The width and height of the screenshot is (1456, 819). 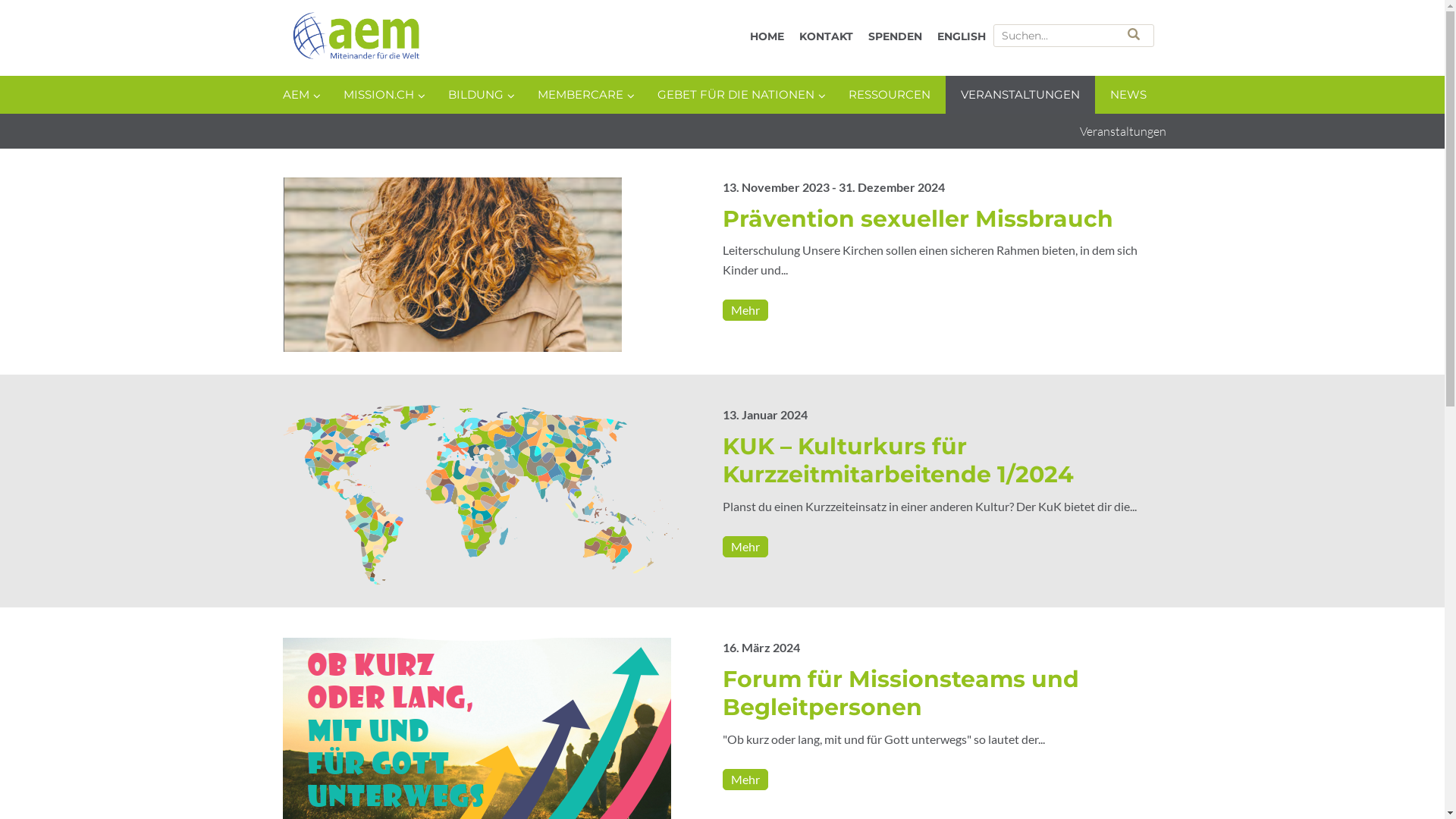 What do you see at coordinates (745, 309) in the screenshot?
I see `'Mehr'` at bounding box center [745, 309].